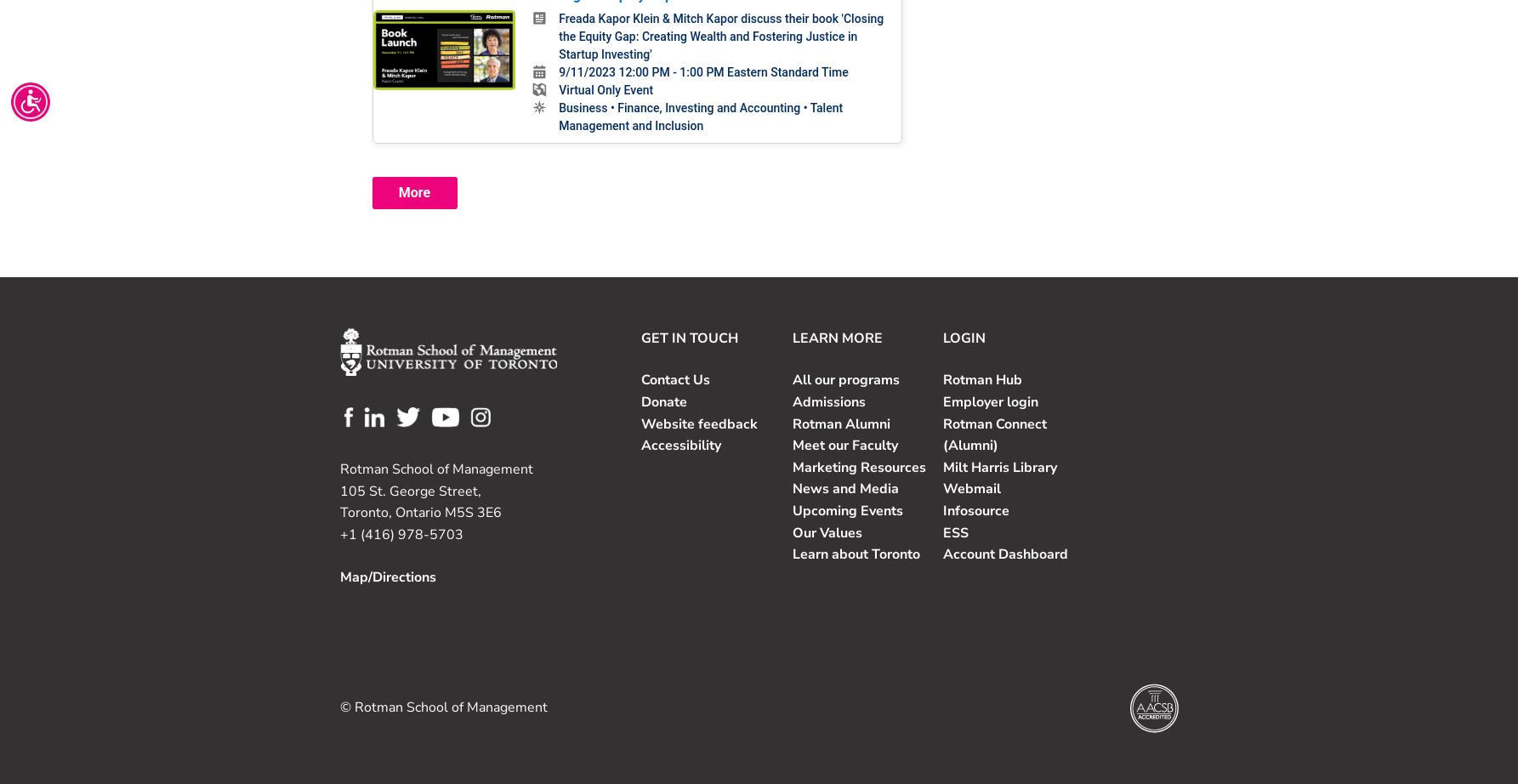  I want to click on 'Our Values', so click(825, 532).